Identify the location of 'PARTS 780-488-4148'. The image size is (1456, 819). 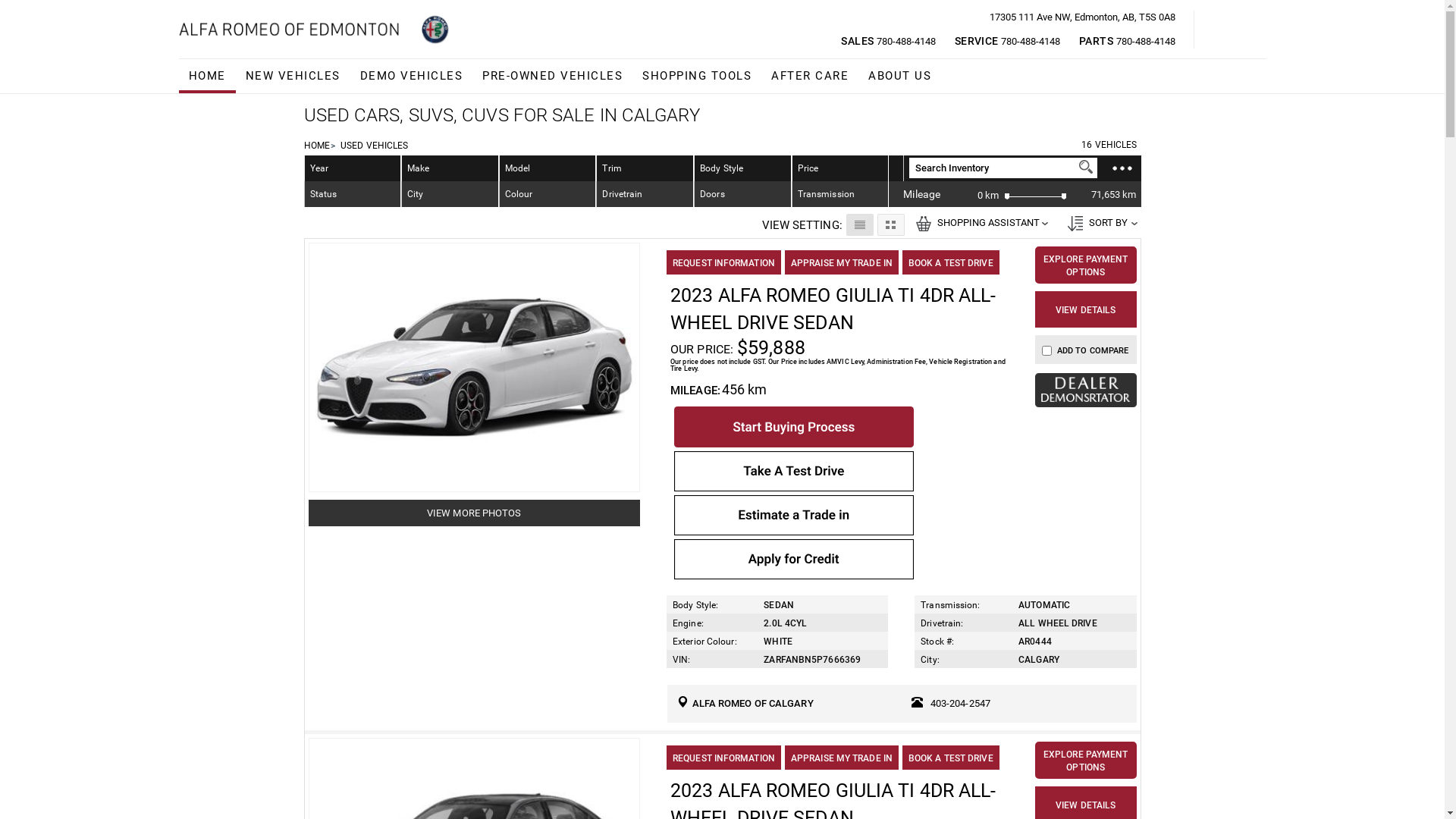
(1127, 40).